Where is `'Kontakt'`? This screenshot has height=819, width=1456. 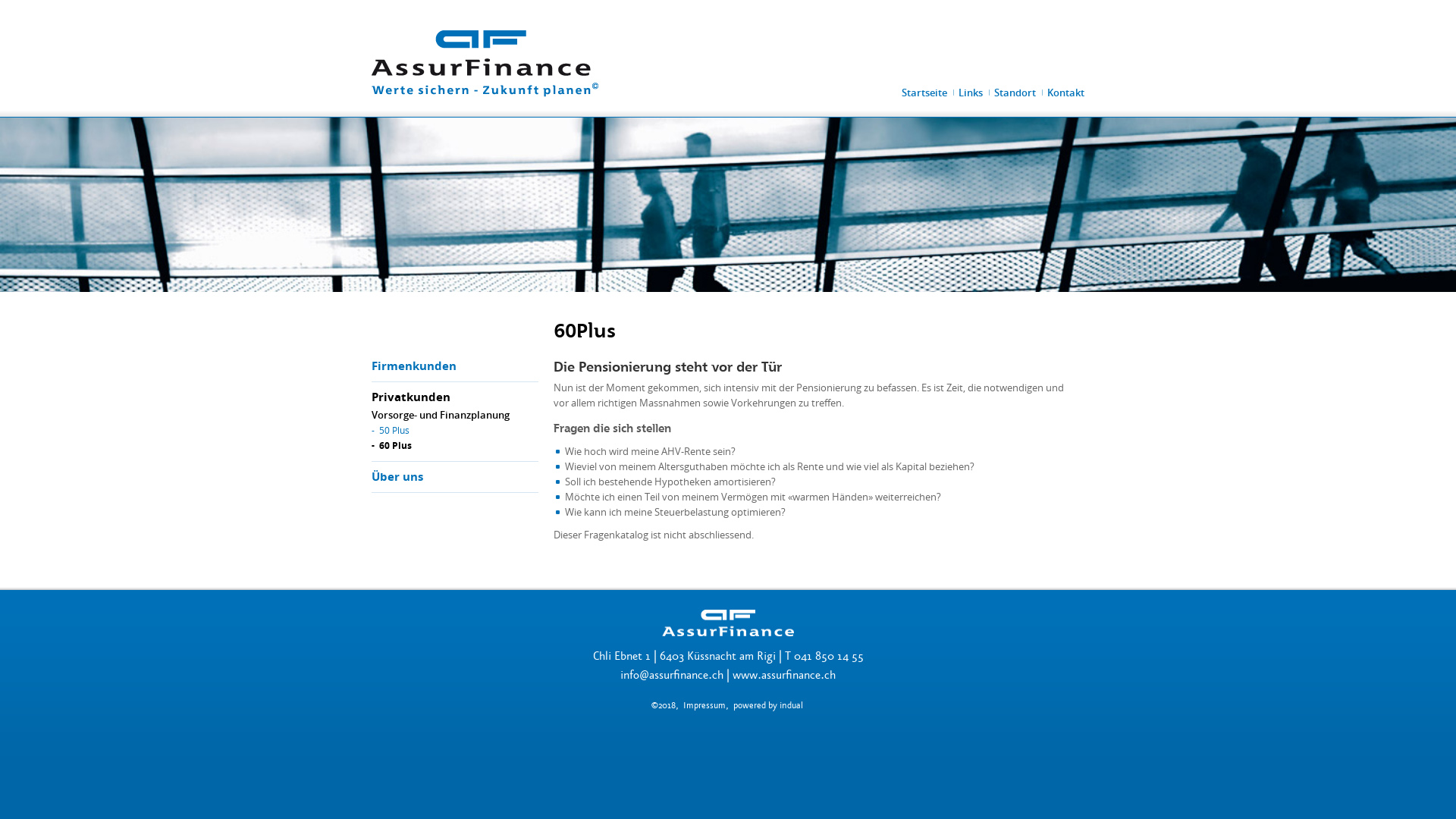
'Kontakt' is located at coordinates (1065, 93).